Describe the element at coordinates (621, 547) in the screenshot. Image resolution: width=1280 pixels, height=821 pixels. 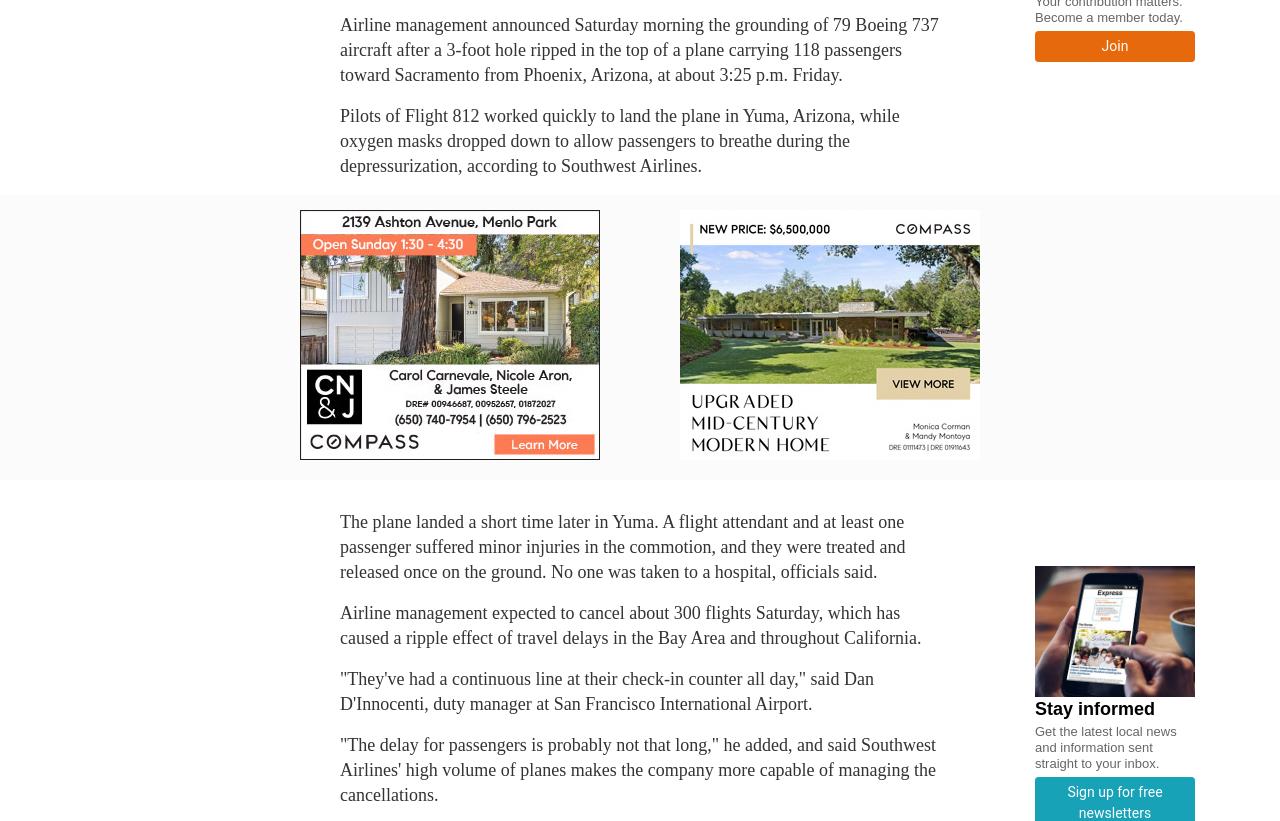
I see `'The plane landed a short time later in Yuma. A flight attendant and at least one passenger suffered minor injuries in the commotion, and they were treated and released once on the ground. No one was taken to a hospital, officials said.'` at that location.